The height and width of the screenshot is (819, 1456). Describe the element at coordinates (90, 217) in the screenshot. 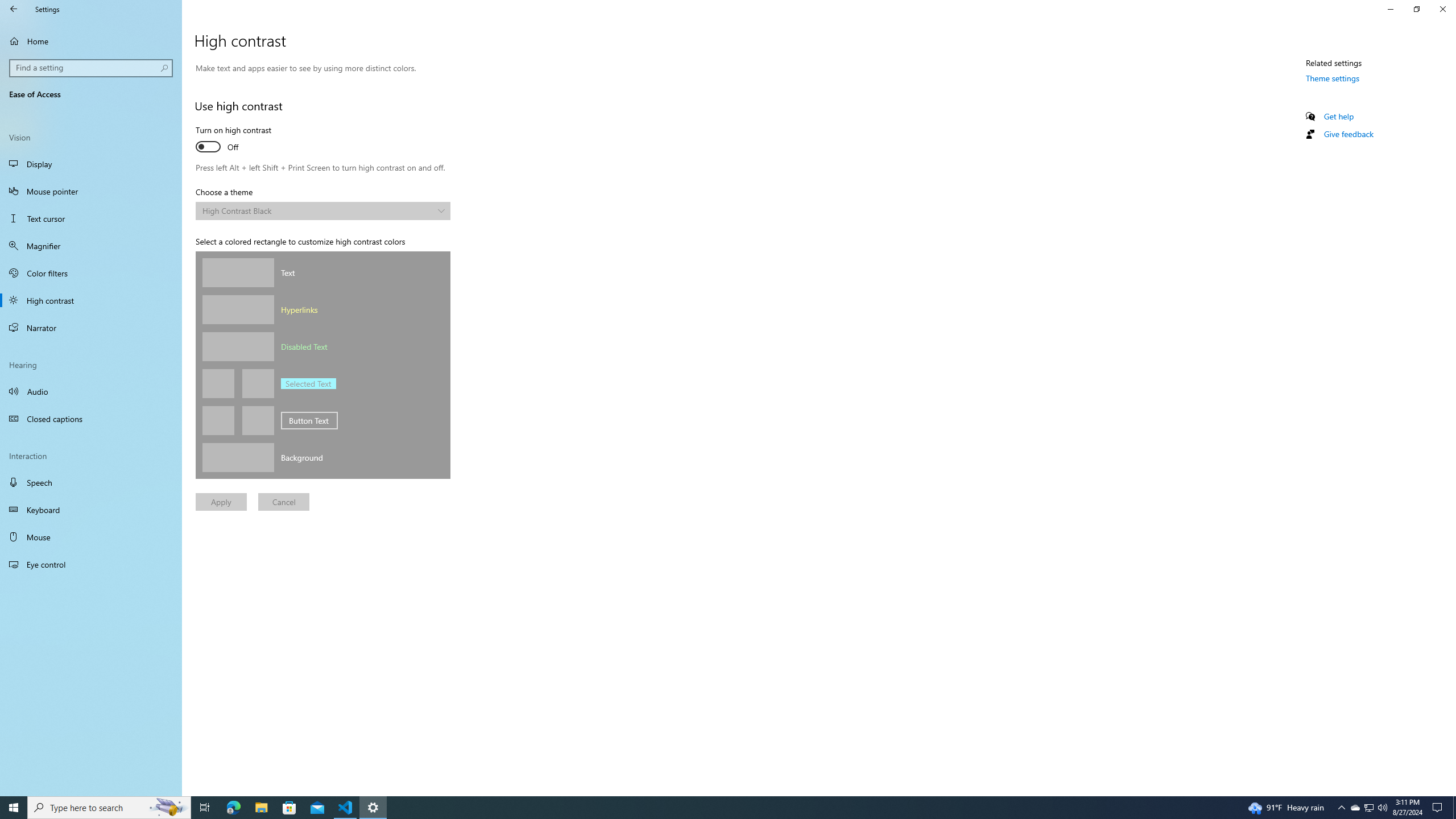

I see `'Text cursor'` at that location.